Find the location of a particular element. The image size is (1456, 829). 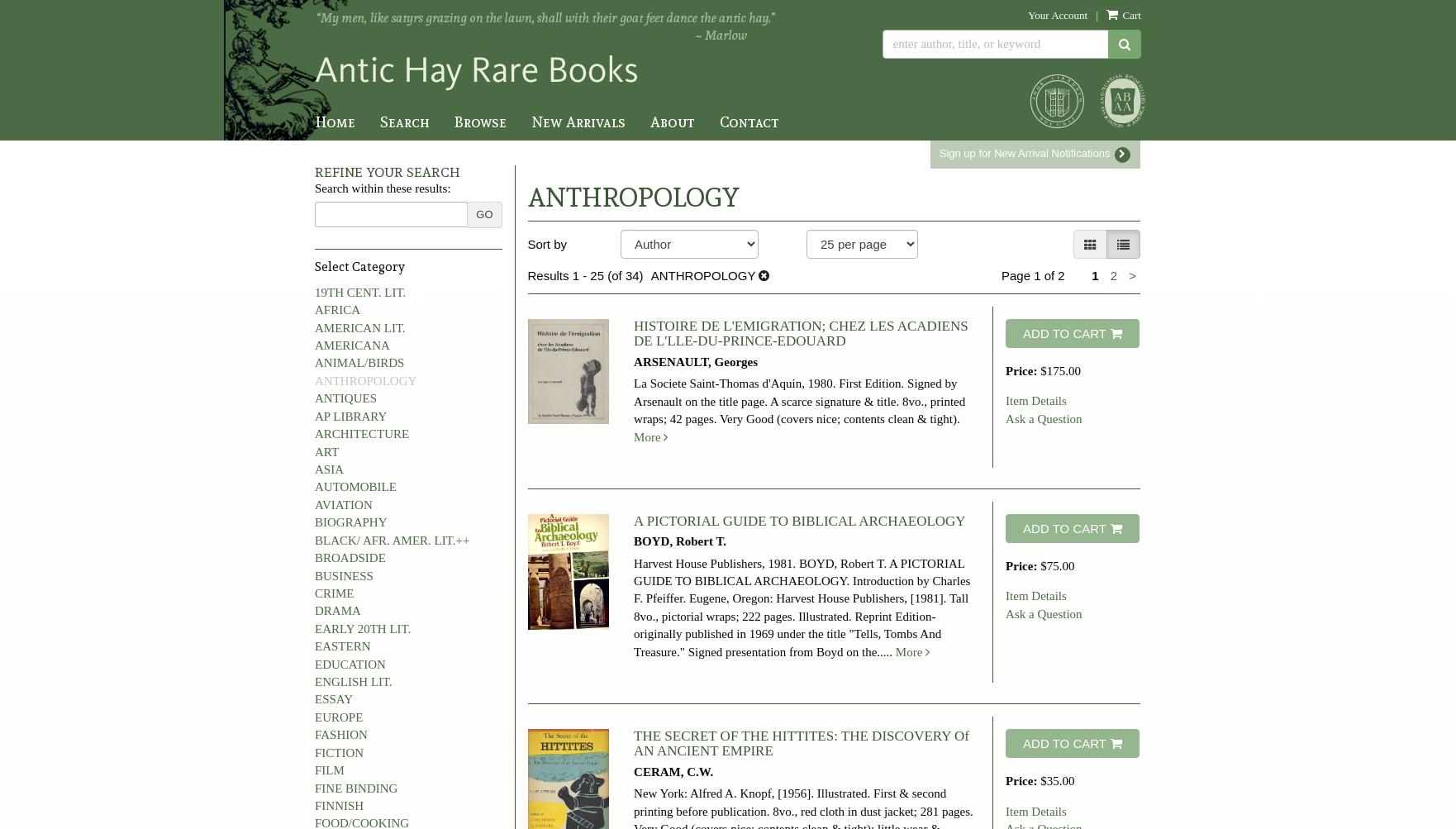

'AMERICAN LIT.' is located at coordinates (359, 326).